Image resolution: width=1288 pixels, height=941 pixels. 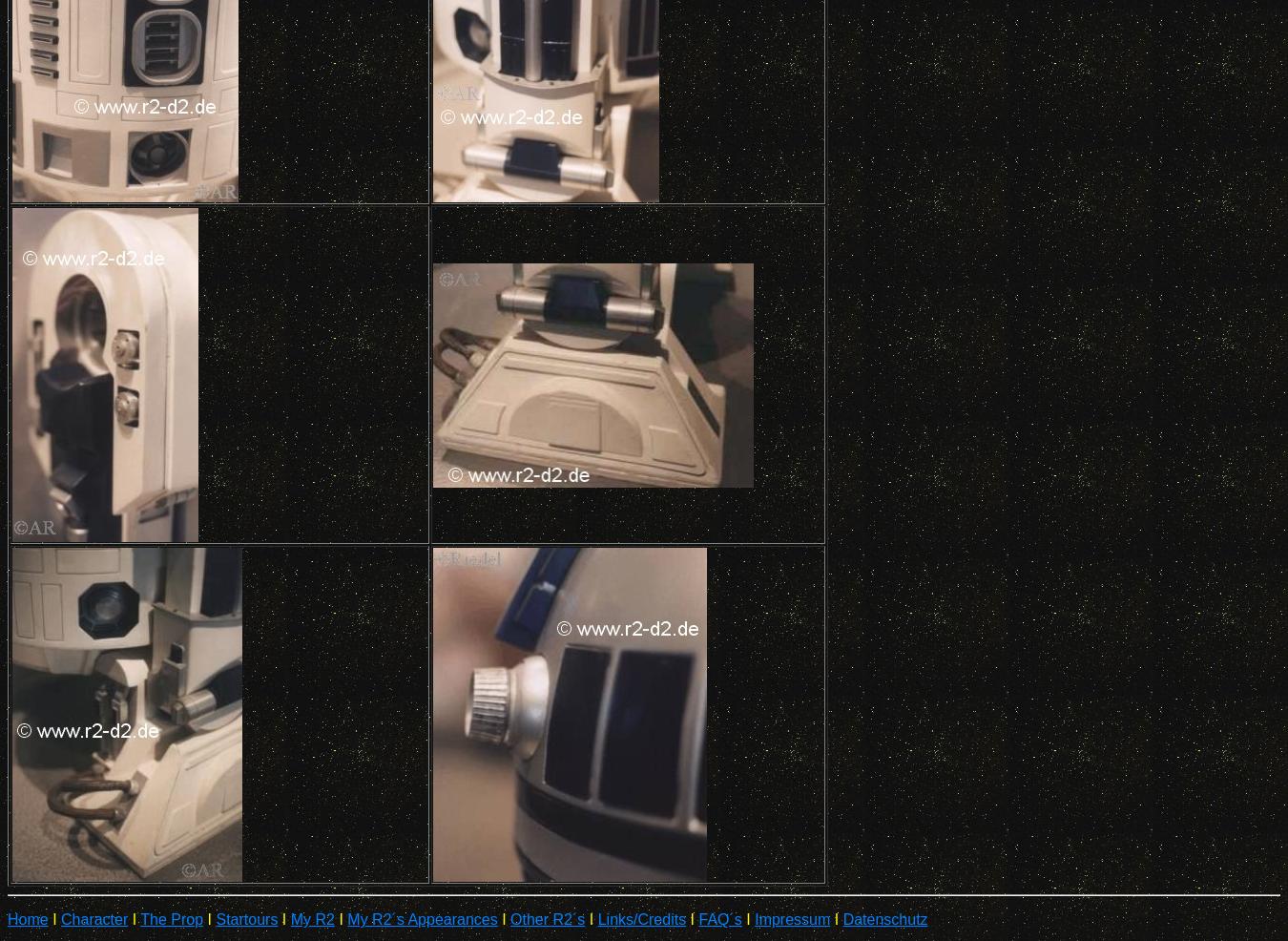 I want to click on 'Links/Credits', so click(x=641, y=919).